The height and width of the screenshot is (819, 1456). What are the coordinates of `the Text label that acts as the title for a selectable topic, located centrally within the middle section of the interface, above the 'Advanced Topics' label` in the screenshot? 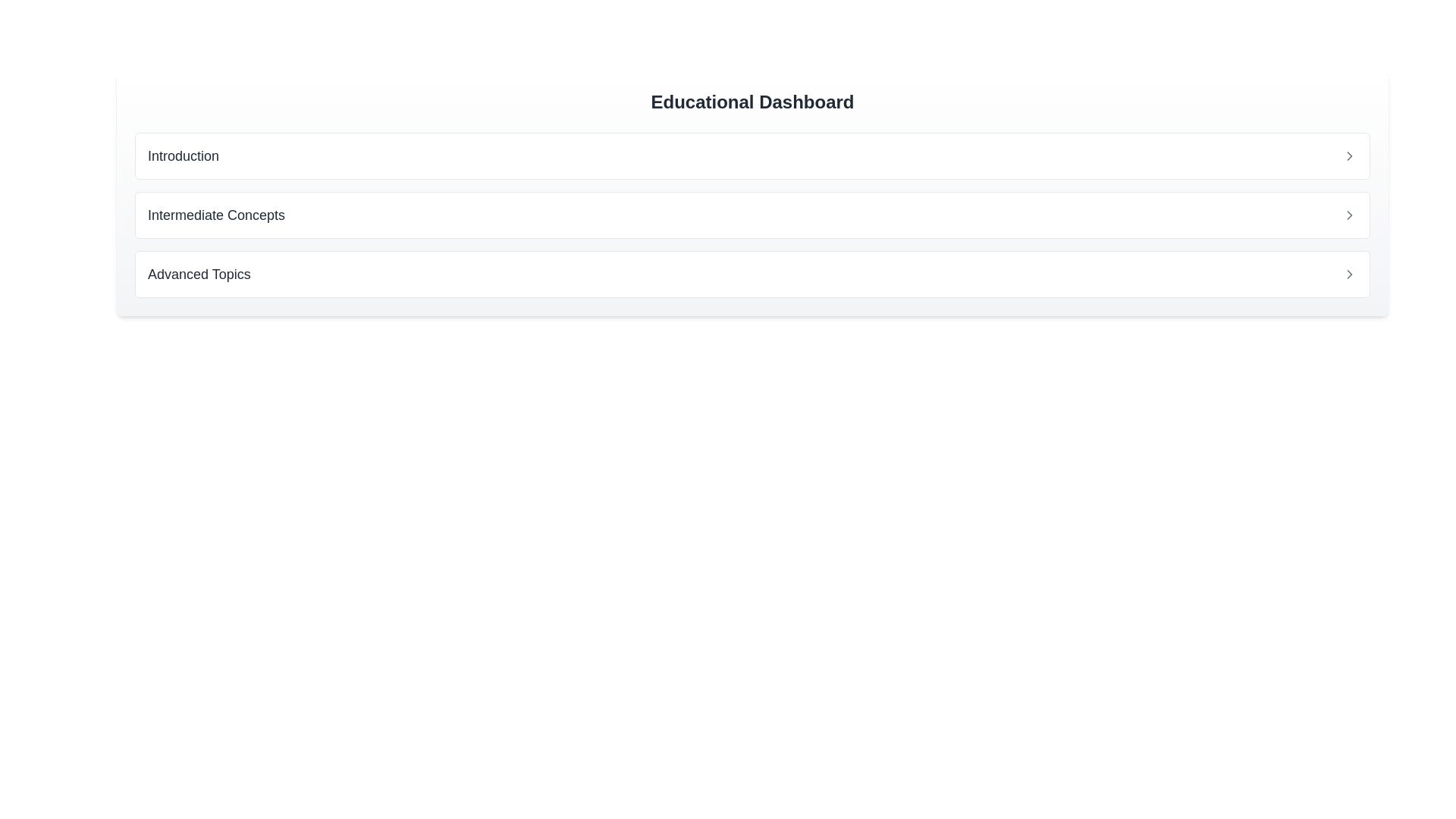 It's located at (215, 215).